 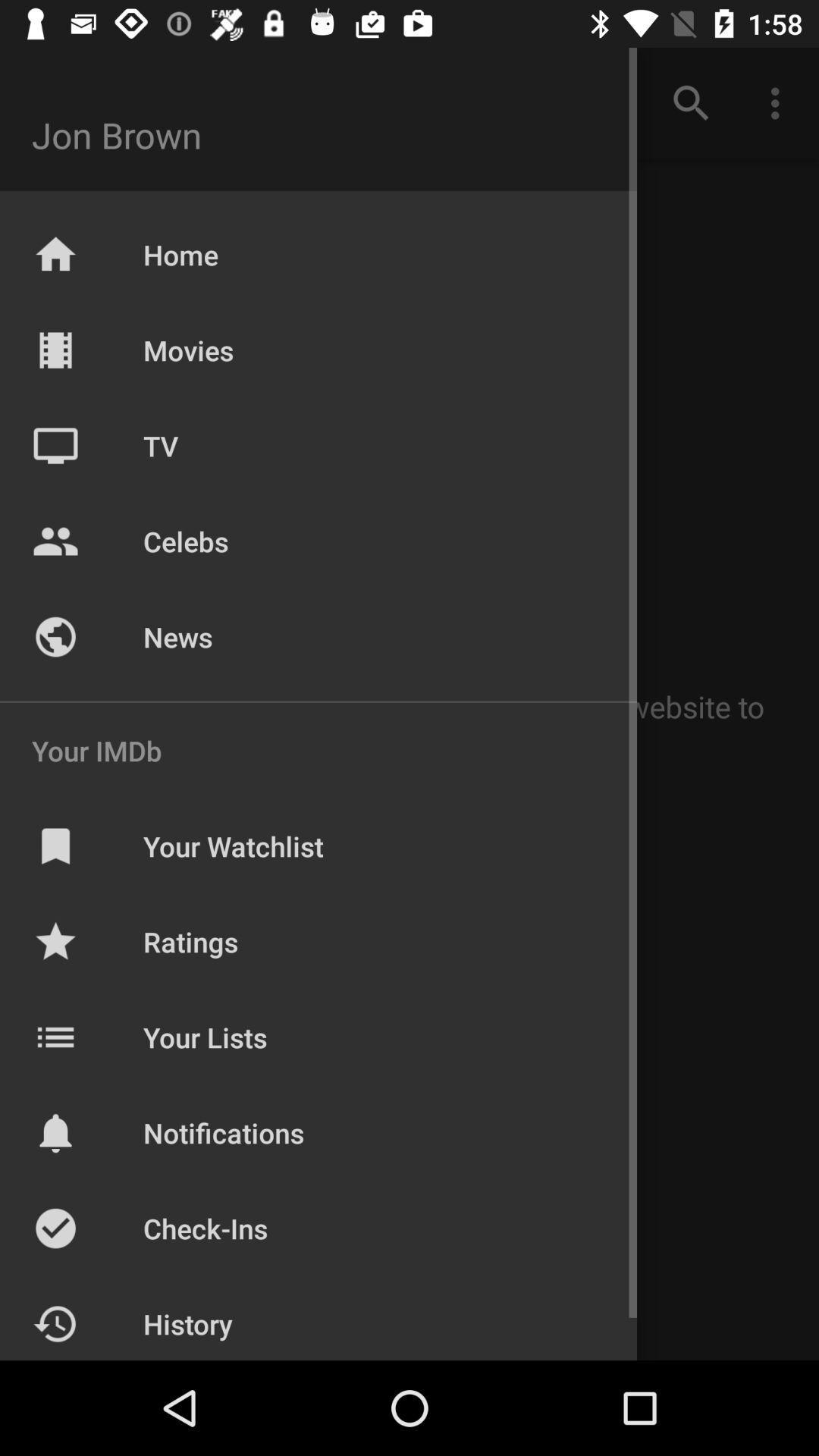 What do you see at coordinates (691, 103) in the screenshot?
I see `the search icon which is on the top right side` at bounding box center [691, 103].